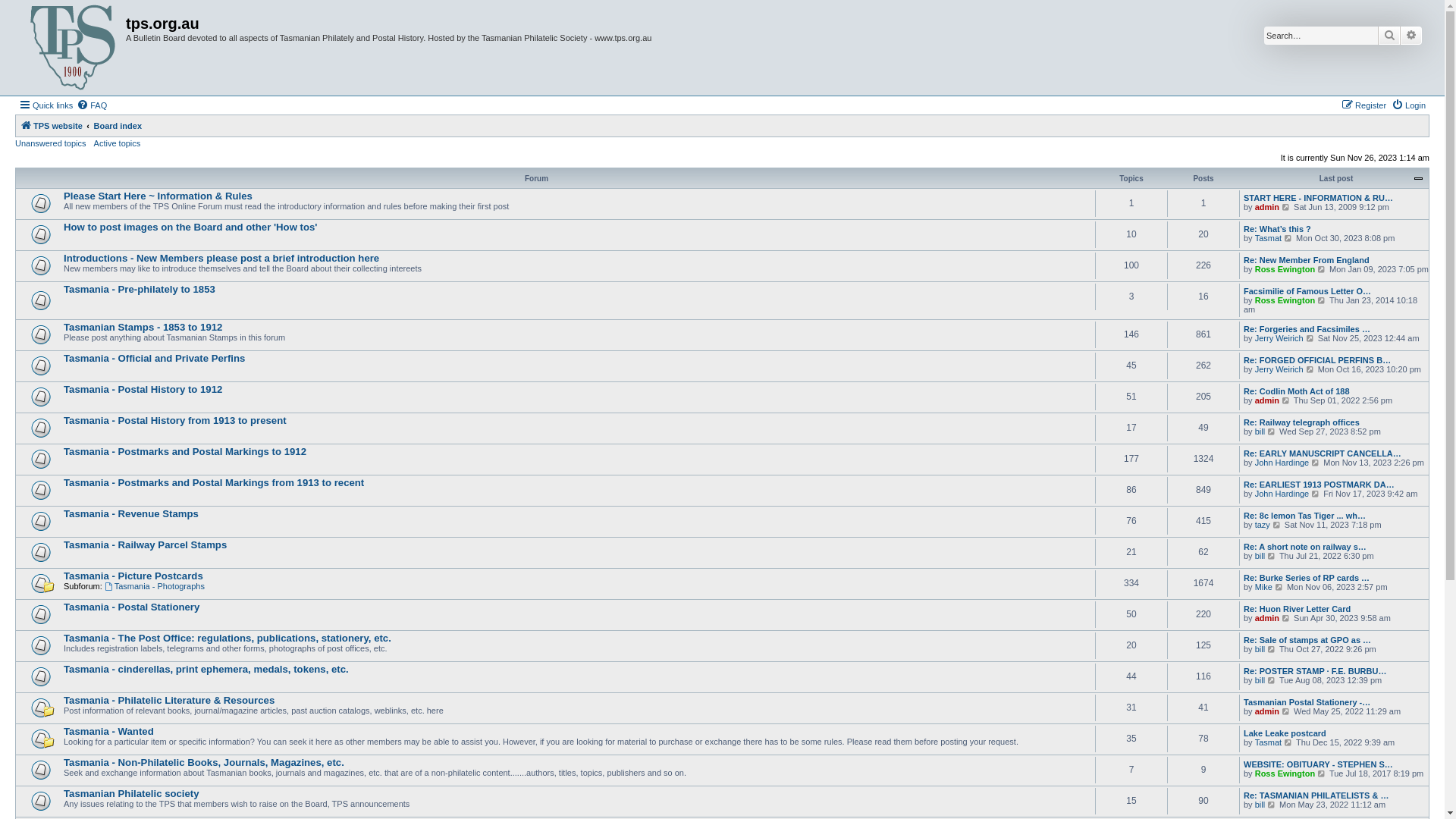 This screenshot has height=819, width=1456. What do you see at coordinates (1284, 300) in the screenshot?
I see `'Ross Ewington'` at bounding box center [1284, 300].